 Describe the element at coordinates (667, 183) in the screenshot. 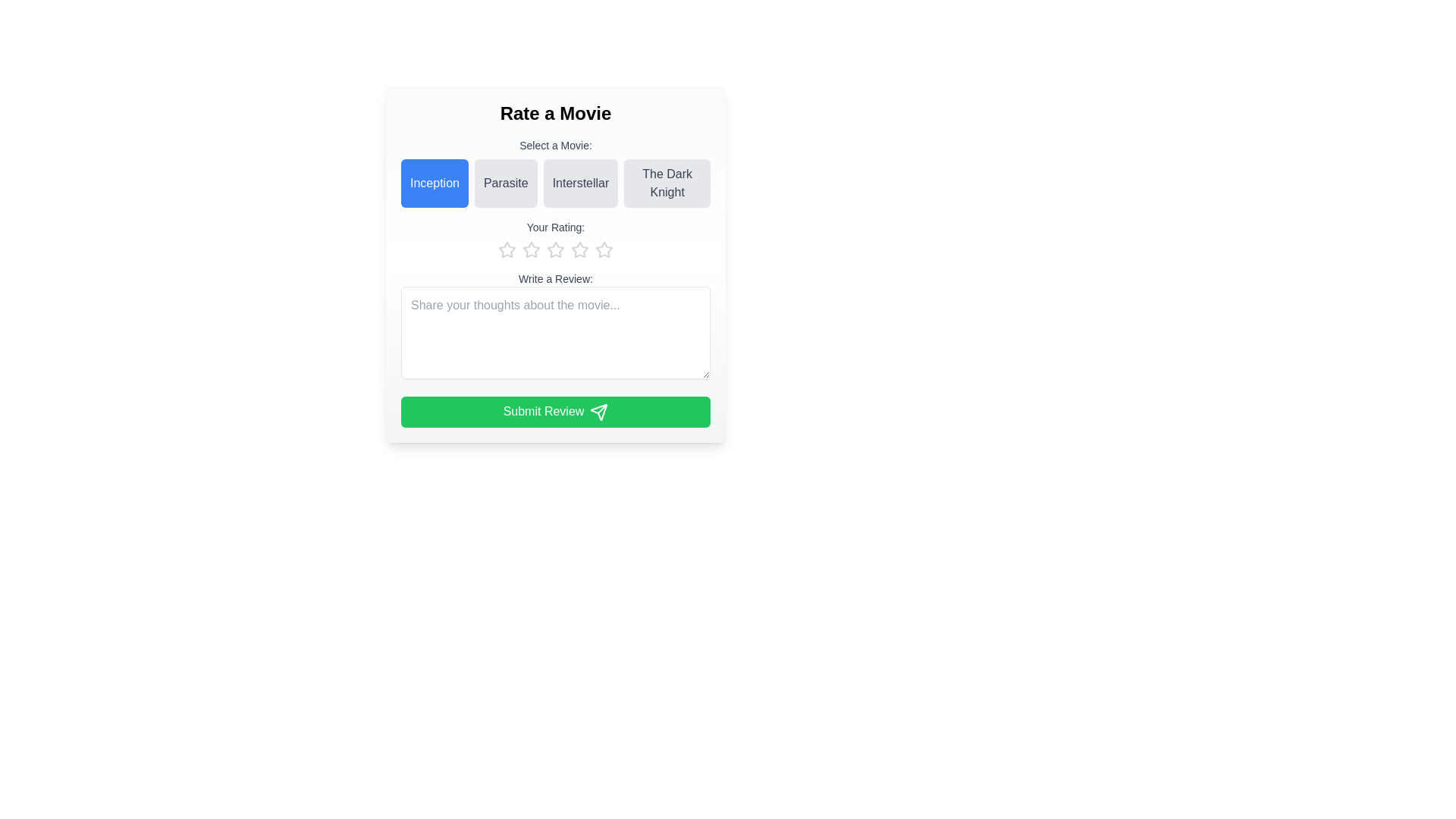

I see `the selectable movie title option for 'The Dark Knight'` at that location.